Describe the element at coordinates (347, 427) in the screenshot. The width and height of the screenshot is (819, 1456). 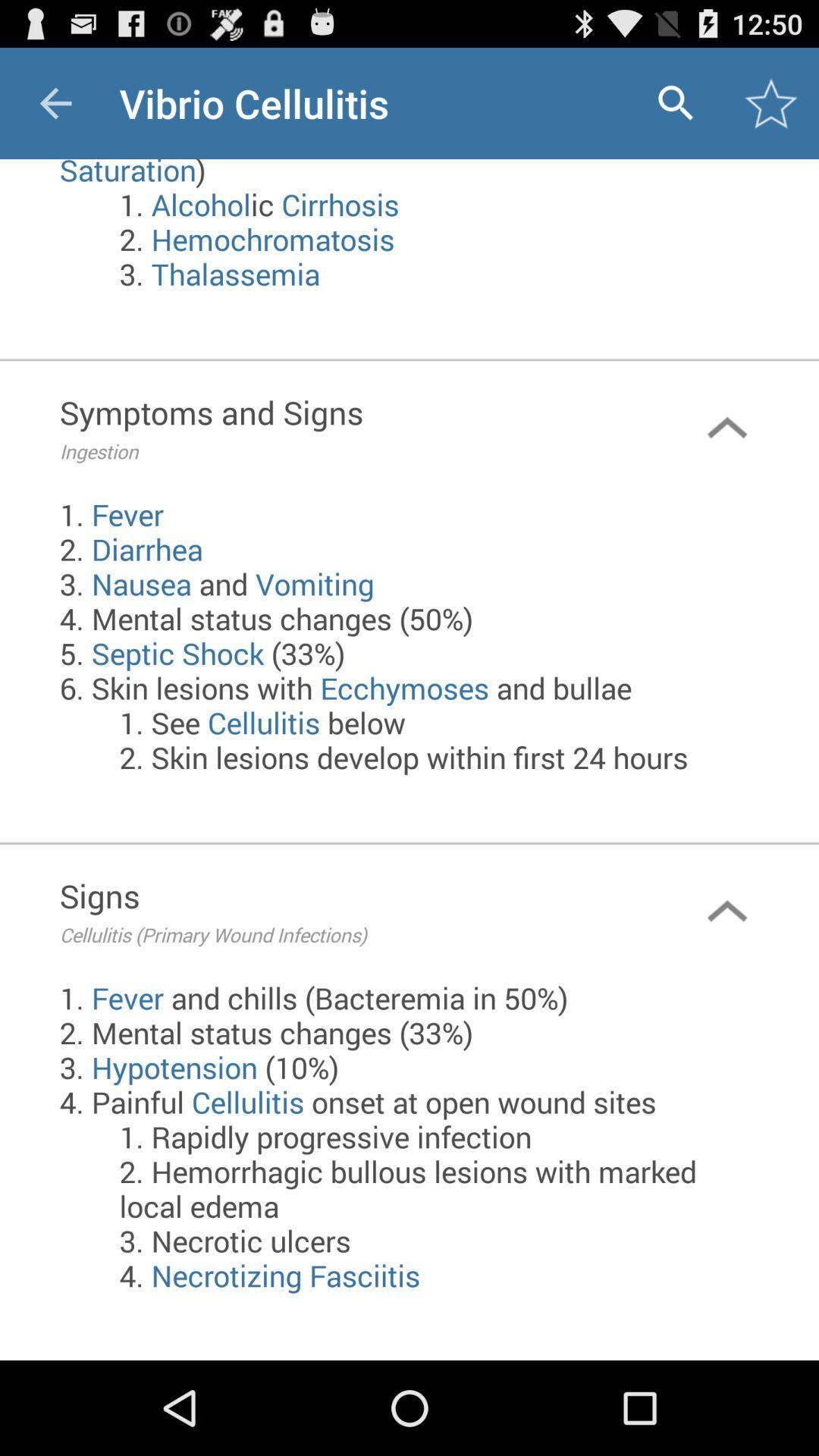
I see `the icon above 1 fever 2` at that location.